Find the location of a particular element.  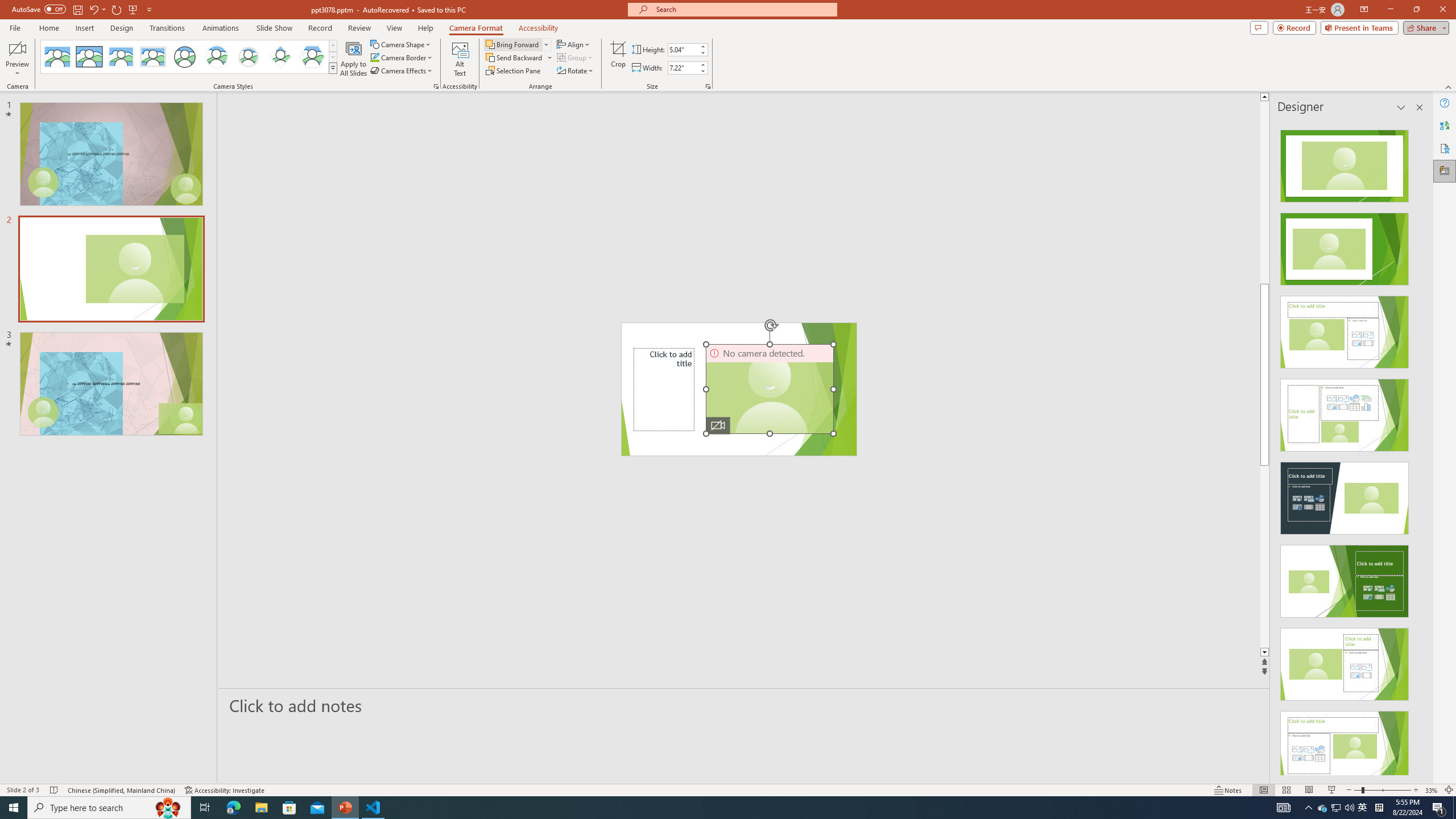

'Camera Styles' is located at coordinates (333, 67).